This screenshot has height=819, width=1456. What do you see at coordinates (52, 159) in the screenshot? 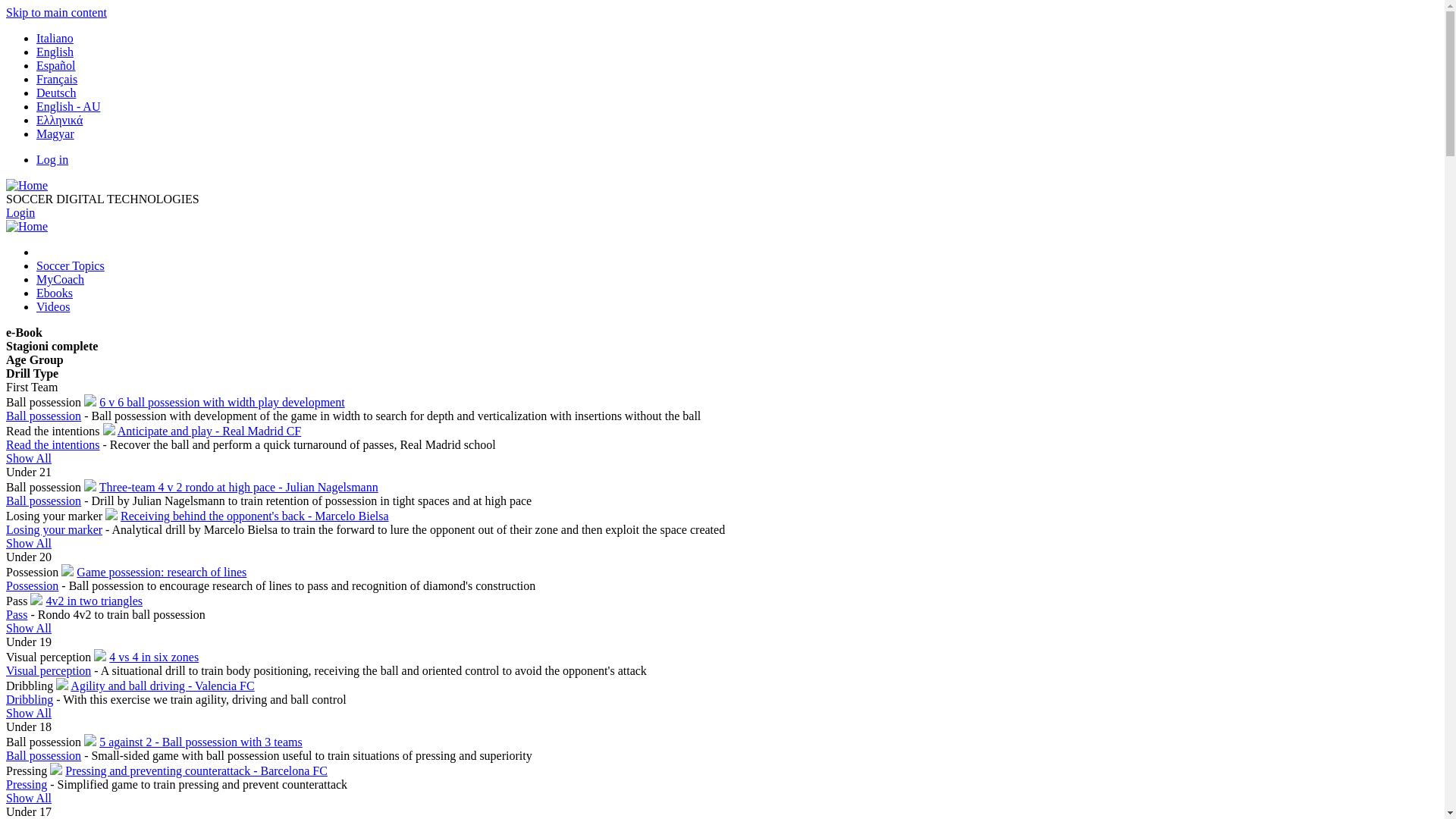
I see `'Log in'` at bounding box center [52, 159].